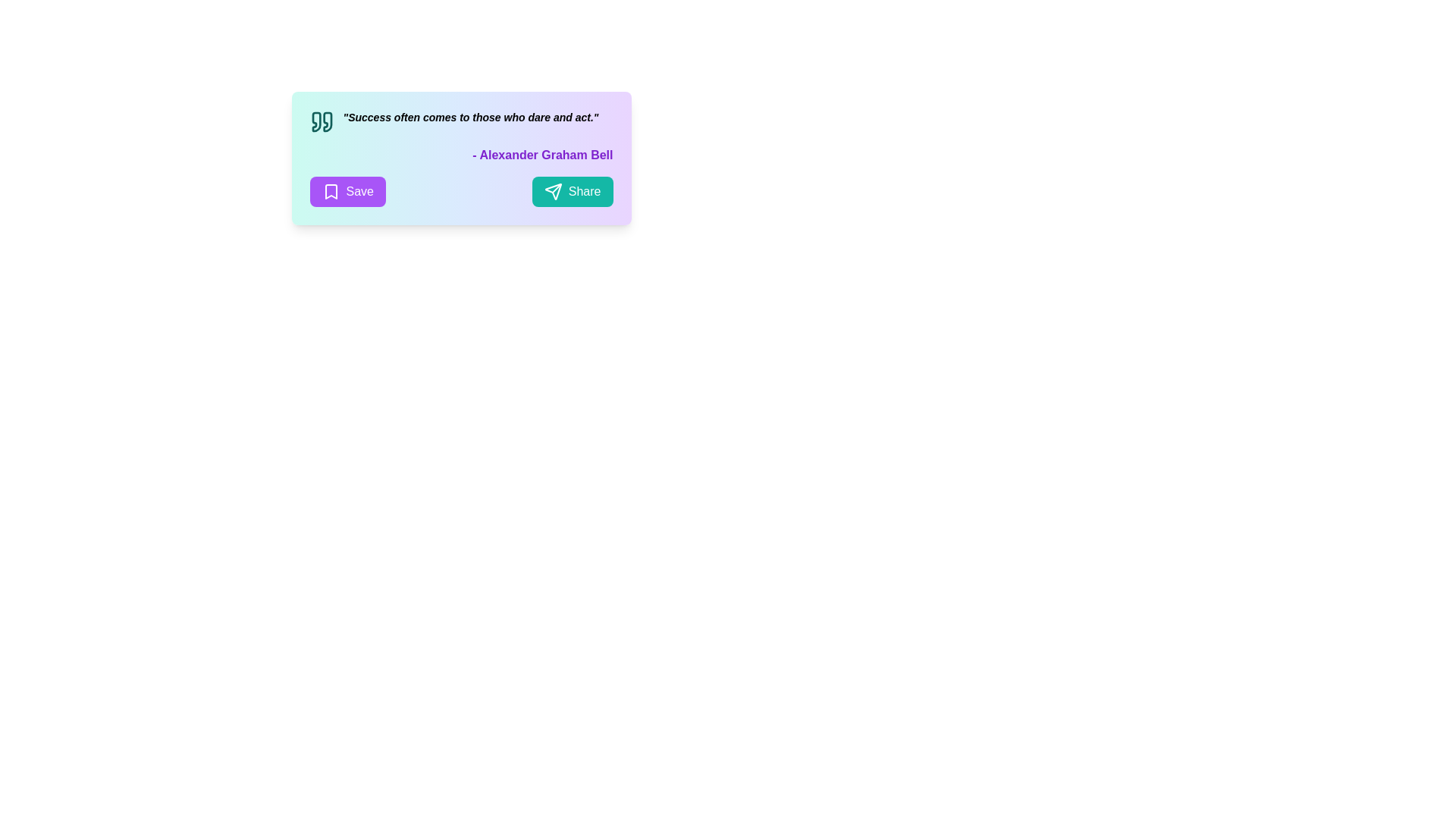 This screenshot has height=819, width=1456. I want to click on the airplane icon located within the green 'Share' button at the bottom-right section of the card component, so click(552, 191).